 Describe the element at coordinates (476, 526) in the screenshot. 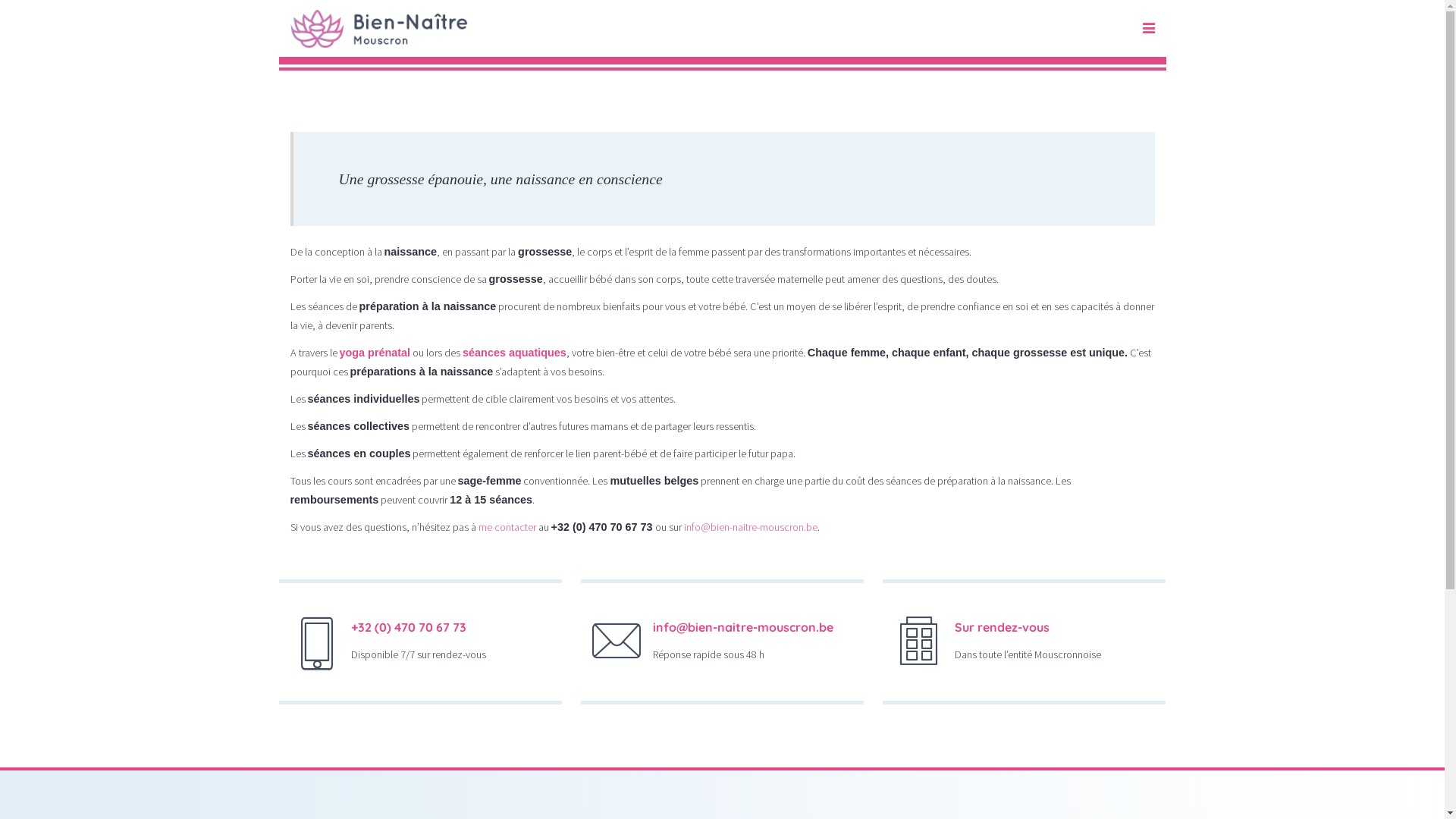

I see `'me contacter'` at that location.